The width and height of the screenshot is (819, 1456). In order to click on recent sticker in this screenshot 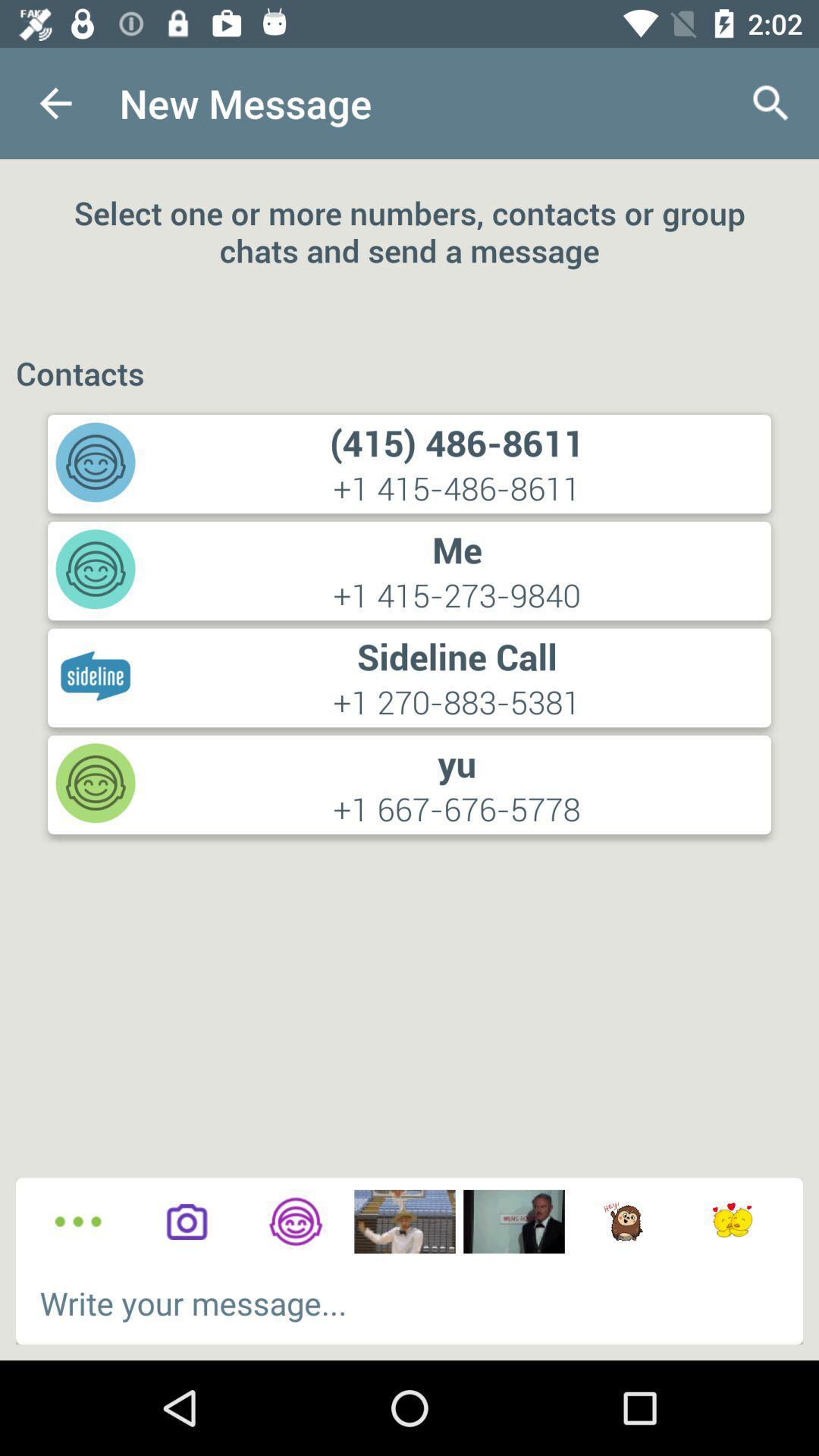, I will do `click(731, 1222)`.